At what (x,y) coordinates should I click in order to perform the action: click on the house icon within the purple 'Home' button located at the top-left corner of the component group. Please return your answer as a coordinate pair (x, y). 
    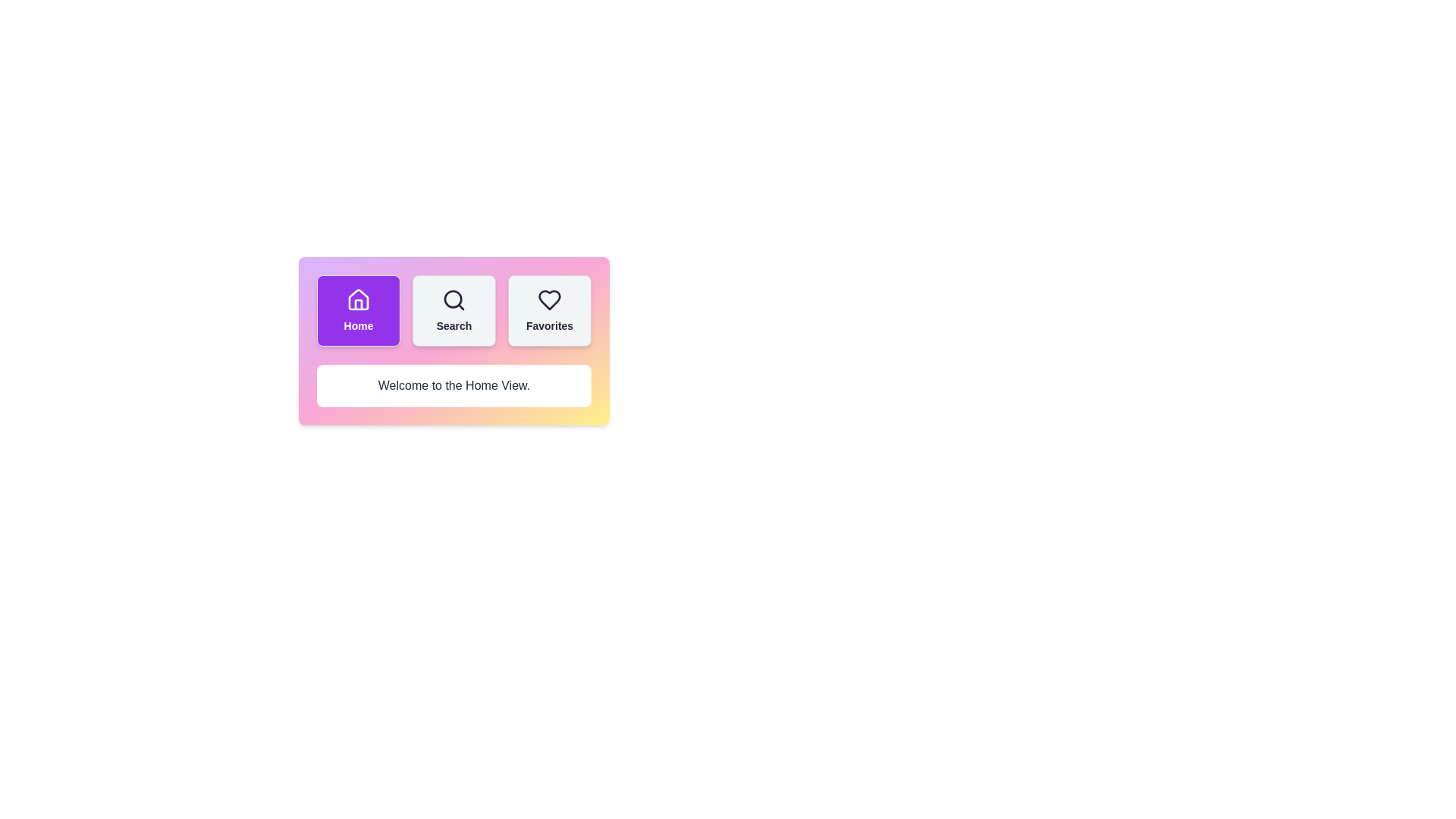
    Looking at the image, I should click on (358, 300).